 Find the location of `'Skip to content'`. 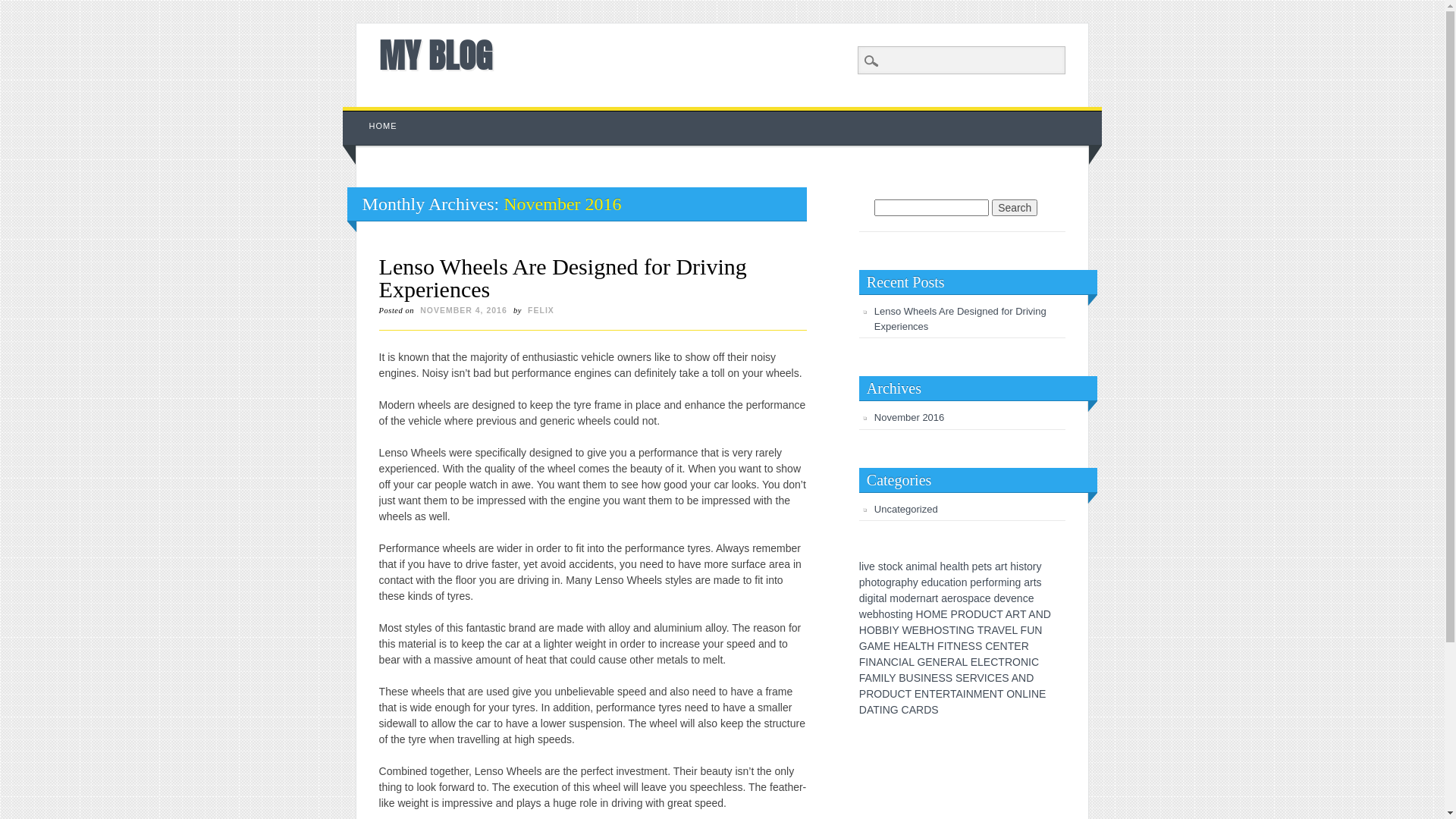

'Skip to content' is located at coordinates (378, 113).